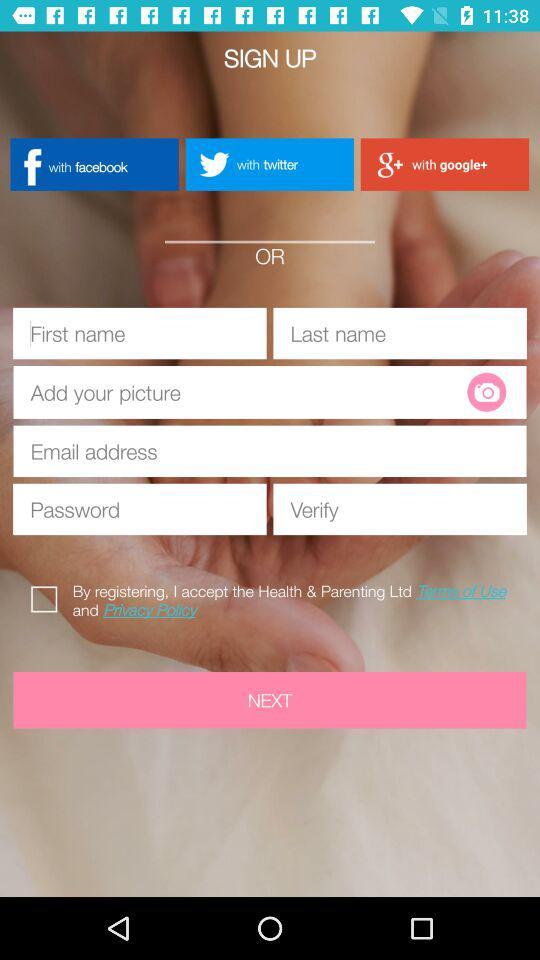 The height and width of the screenshot is (960, 540). Describe the element at coordinates (270, 451) in the screenshot. I see `email address` at that location.